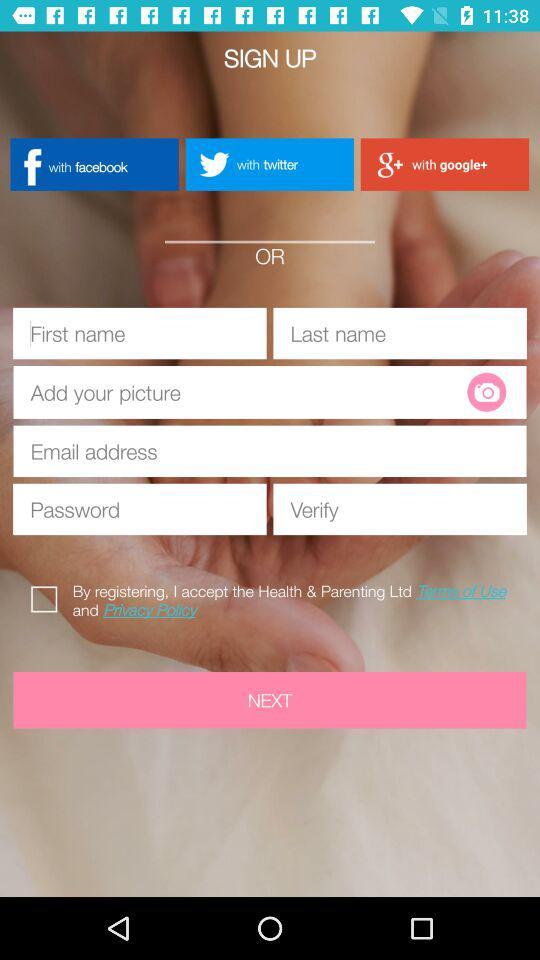 The height and width of the screenshot is (960, 540). Describe the element at coordinates (270, 451) in the screenshot. I see `email address` at that location.